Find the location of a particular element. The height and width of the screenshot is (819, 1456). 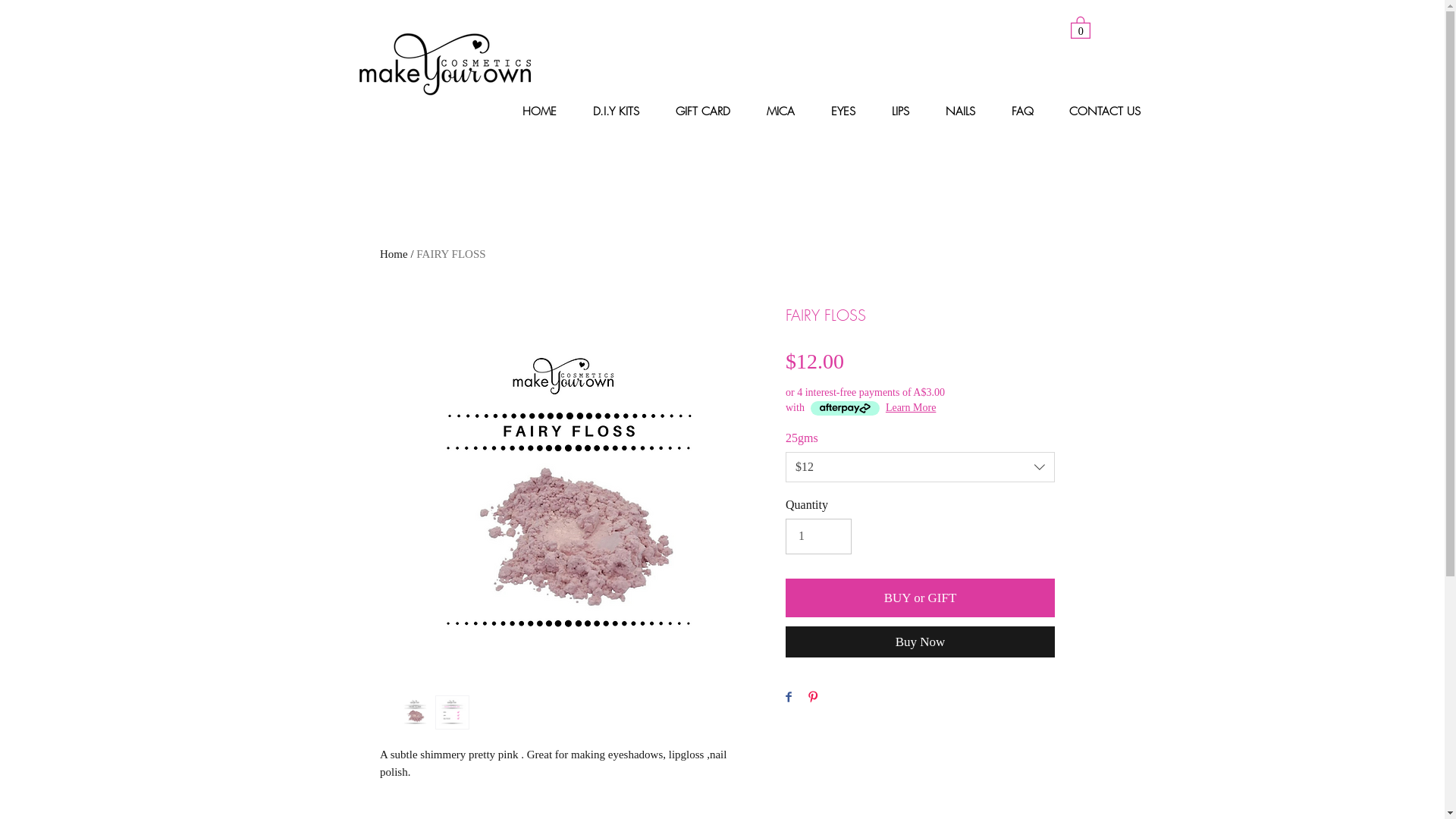

'EYES' is located at coordinates (848, 111).